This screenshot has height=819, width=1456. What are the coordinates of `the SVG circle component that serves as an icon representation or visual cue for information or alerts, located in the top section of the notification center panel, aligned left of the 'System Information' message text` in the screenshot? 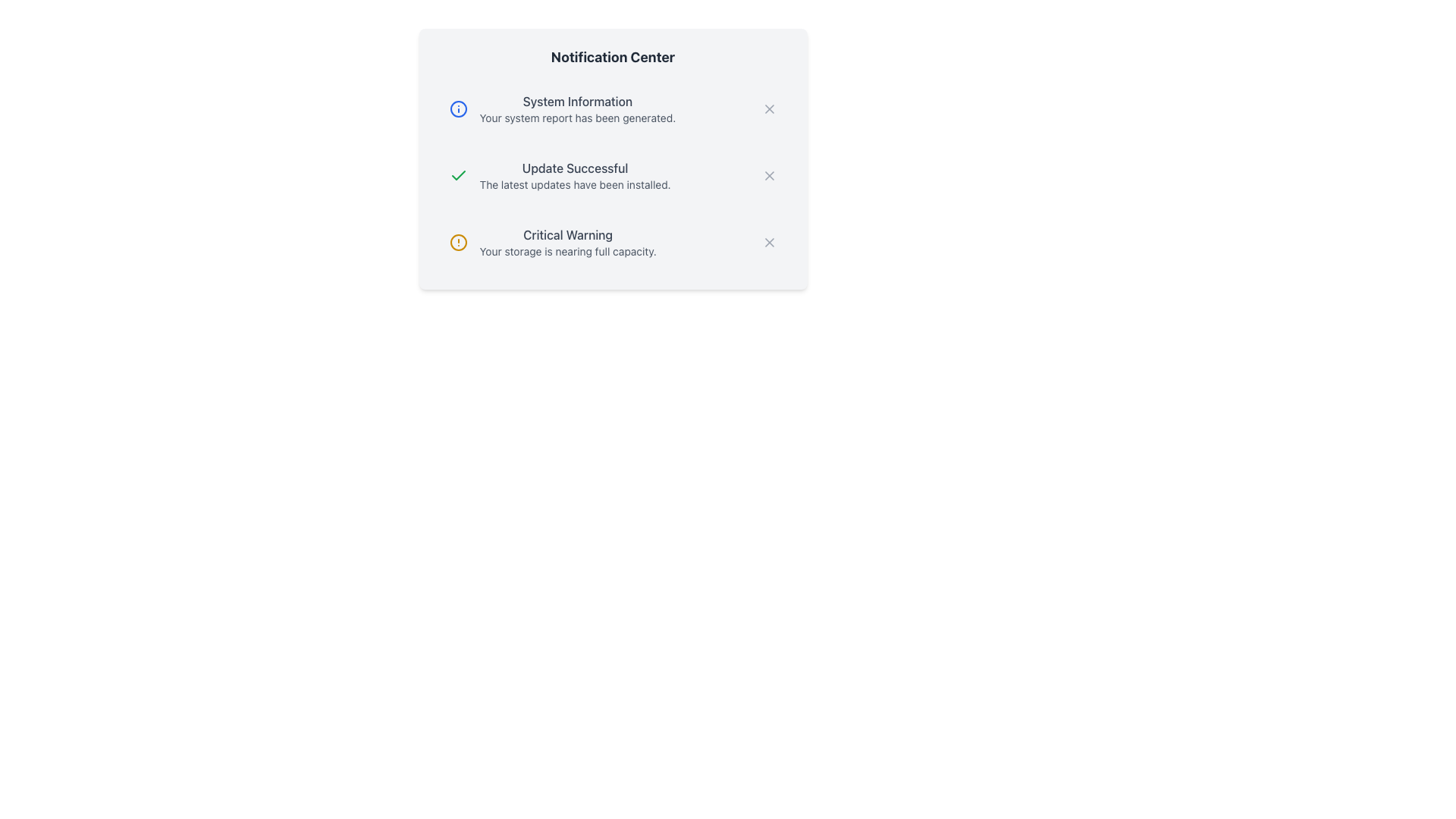 It's located at (457, 108).